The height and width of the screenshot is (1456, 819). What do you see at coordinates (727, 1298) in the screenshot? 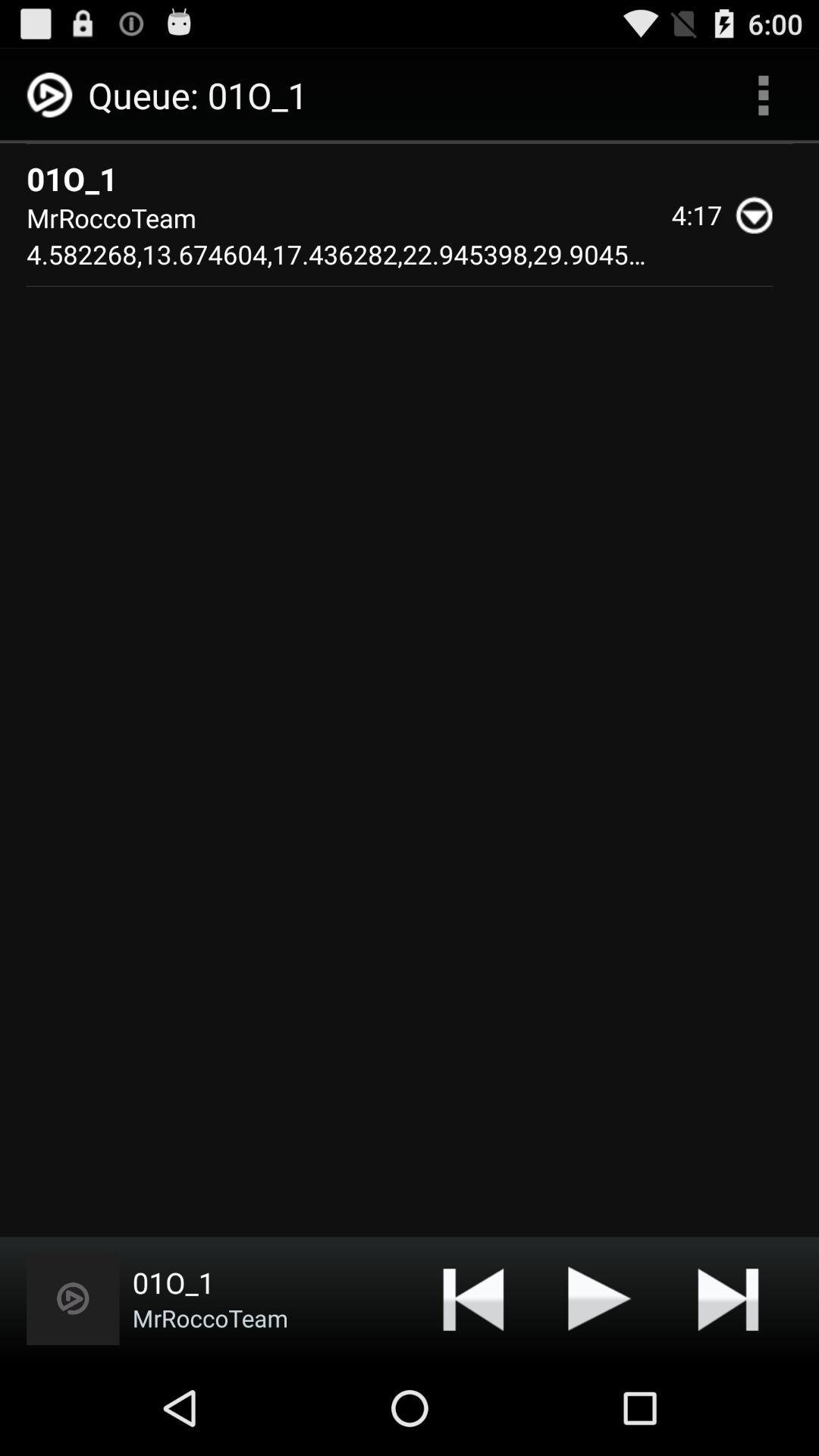
I see `fast forward` at bounding box center [727, 1298].